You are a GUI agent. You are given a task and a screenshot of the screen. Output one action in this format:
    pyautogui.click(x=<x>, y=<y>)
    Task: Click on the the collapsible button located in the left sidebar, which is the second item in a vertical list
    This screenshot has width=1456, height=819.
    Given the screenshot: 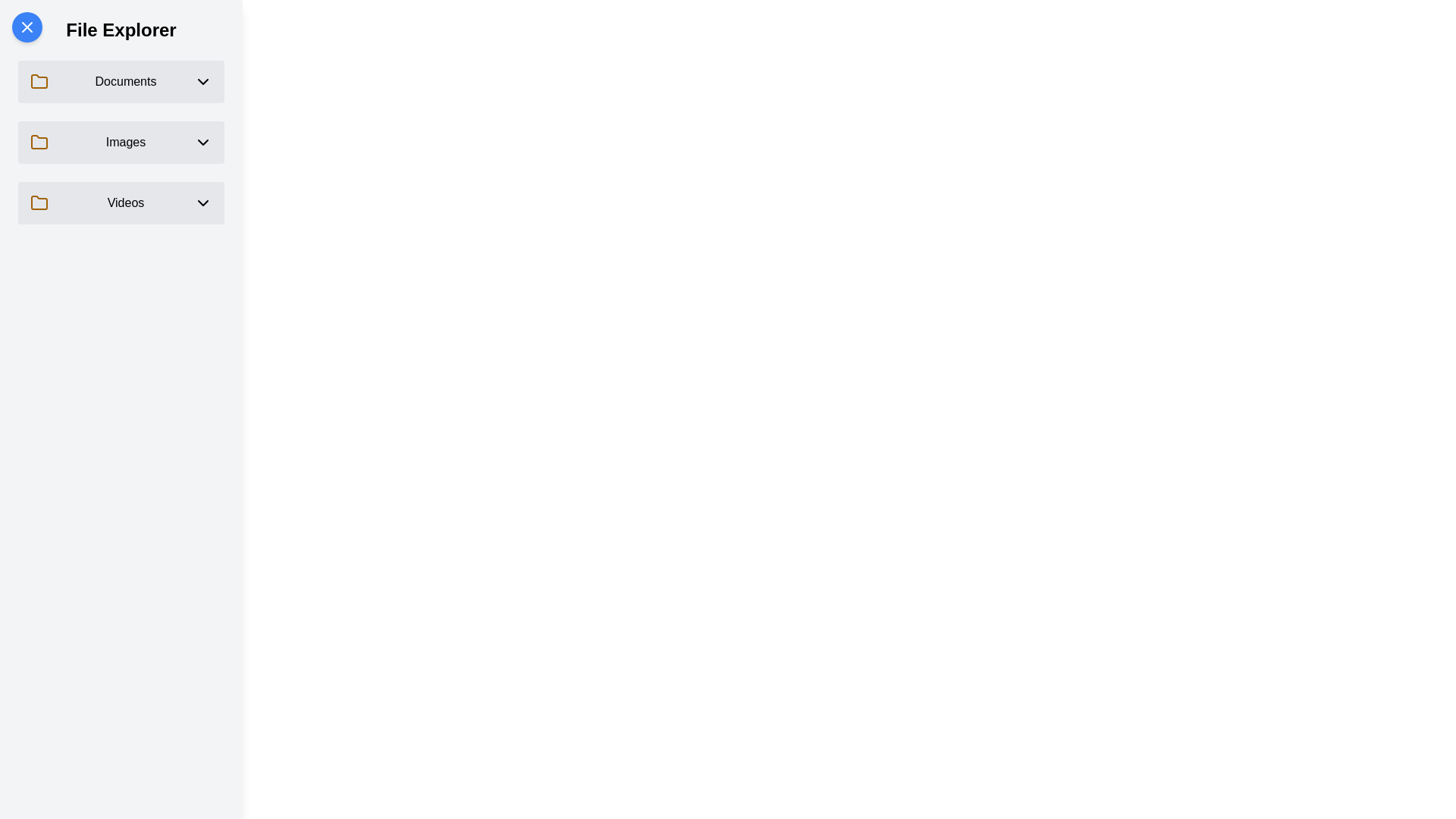 What is the action you would take?
    pyautogui.click(x=120, y=143)
    